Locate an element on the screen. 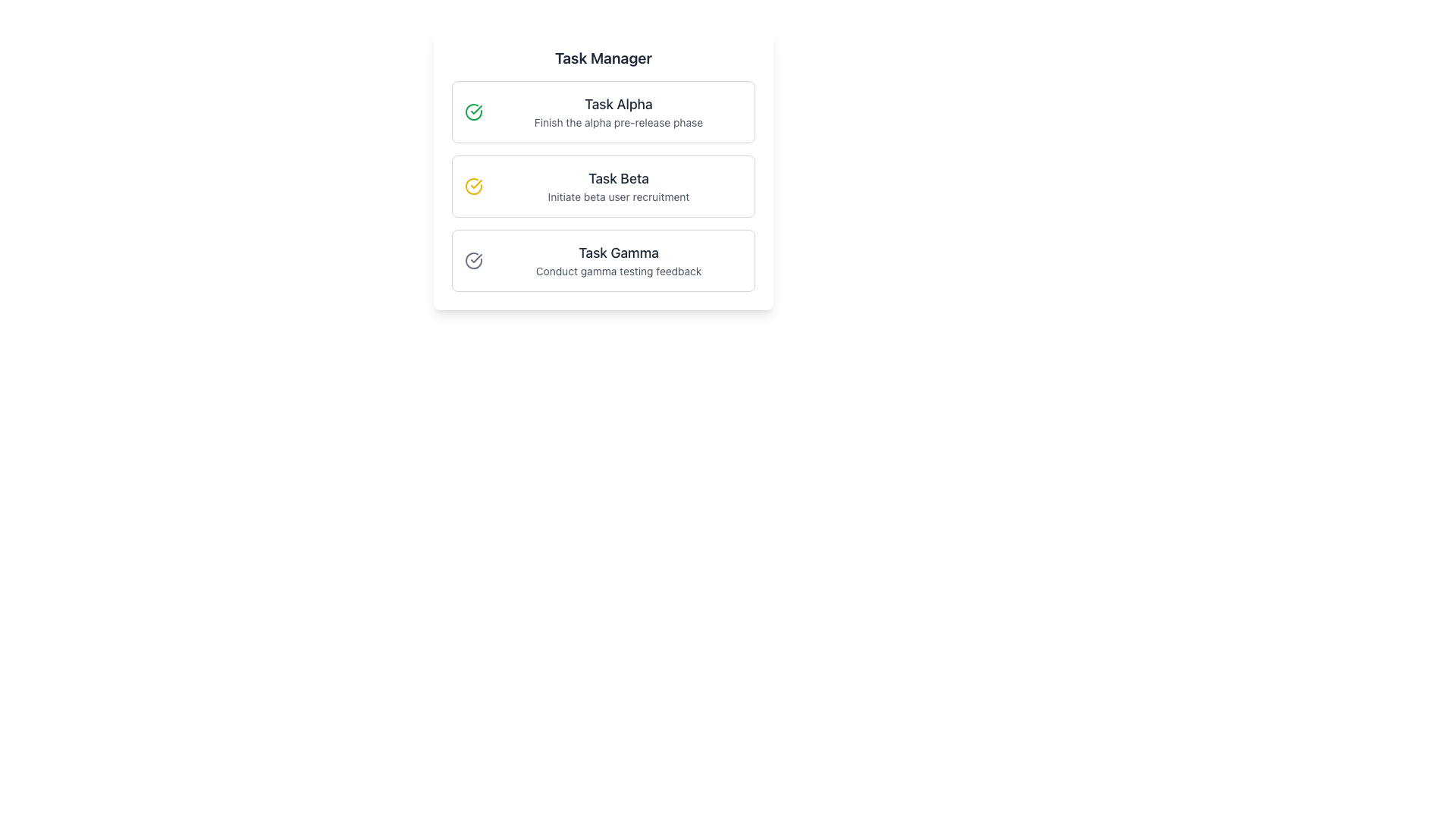 The width and height of the screenshot is (1456, 819). the circular gray icon with a checkmark inside, located to the left of the 'Task Gamma' text, to interact with it is located at coordinates (472, 259).